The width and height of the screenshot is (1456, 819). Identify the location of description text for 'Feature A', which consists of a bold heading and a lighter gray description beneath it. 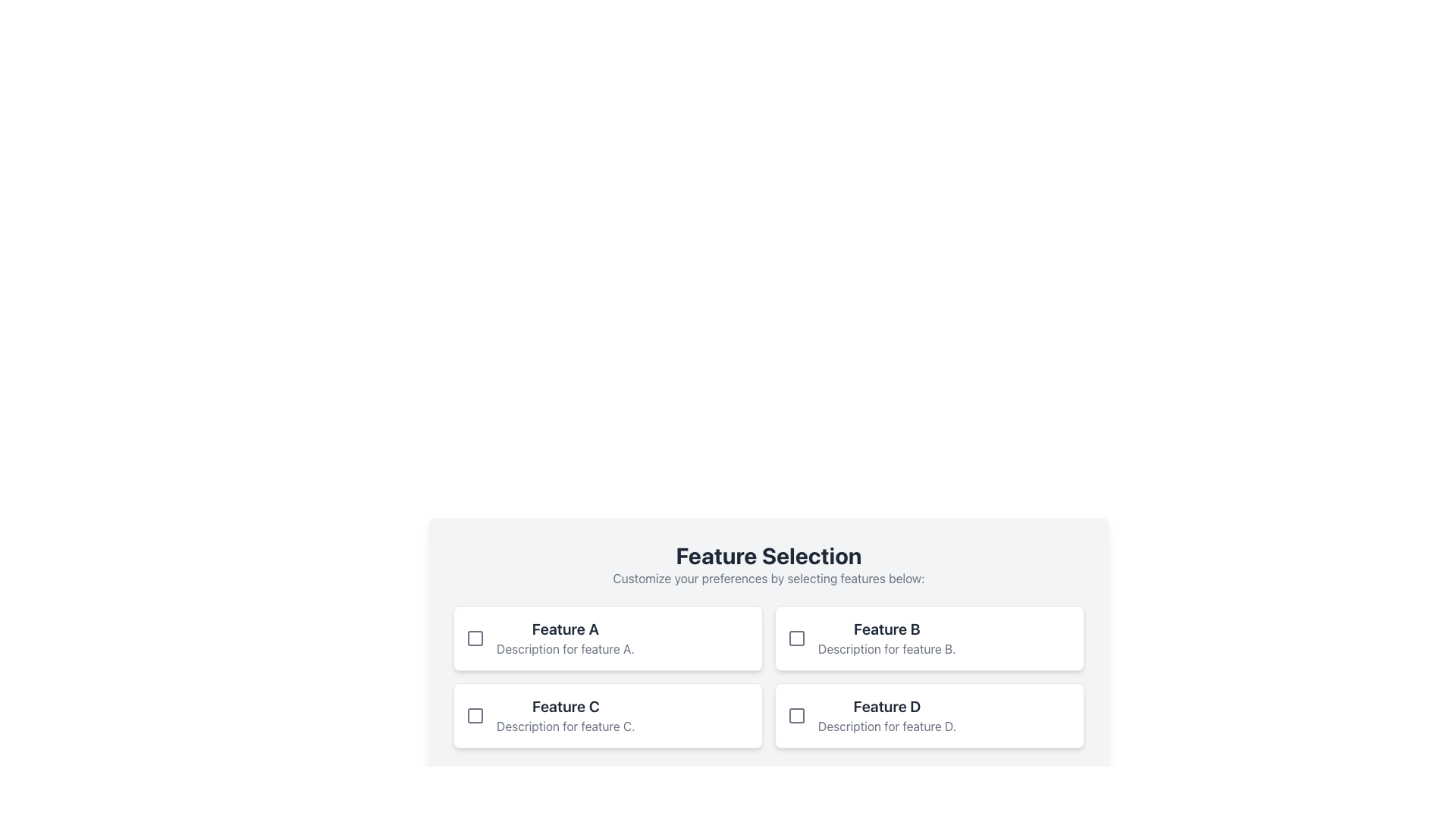
(564, 638).